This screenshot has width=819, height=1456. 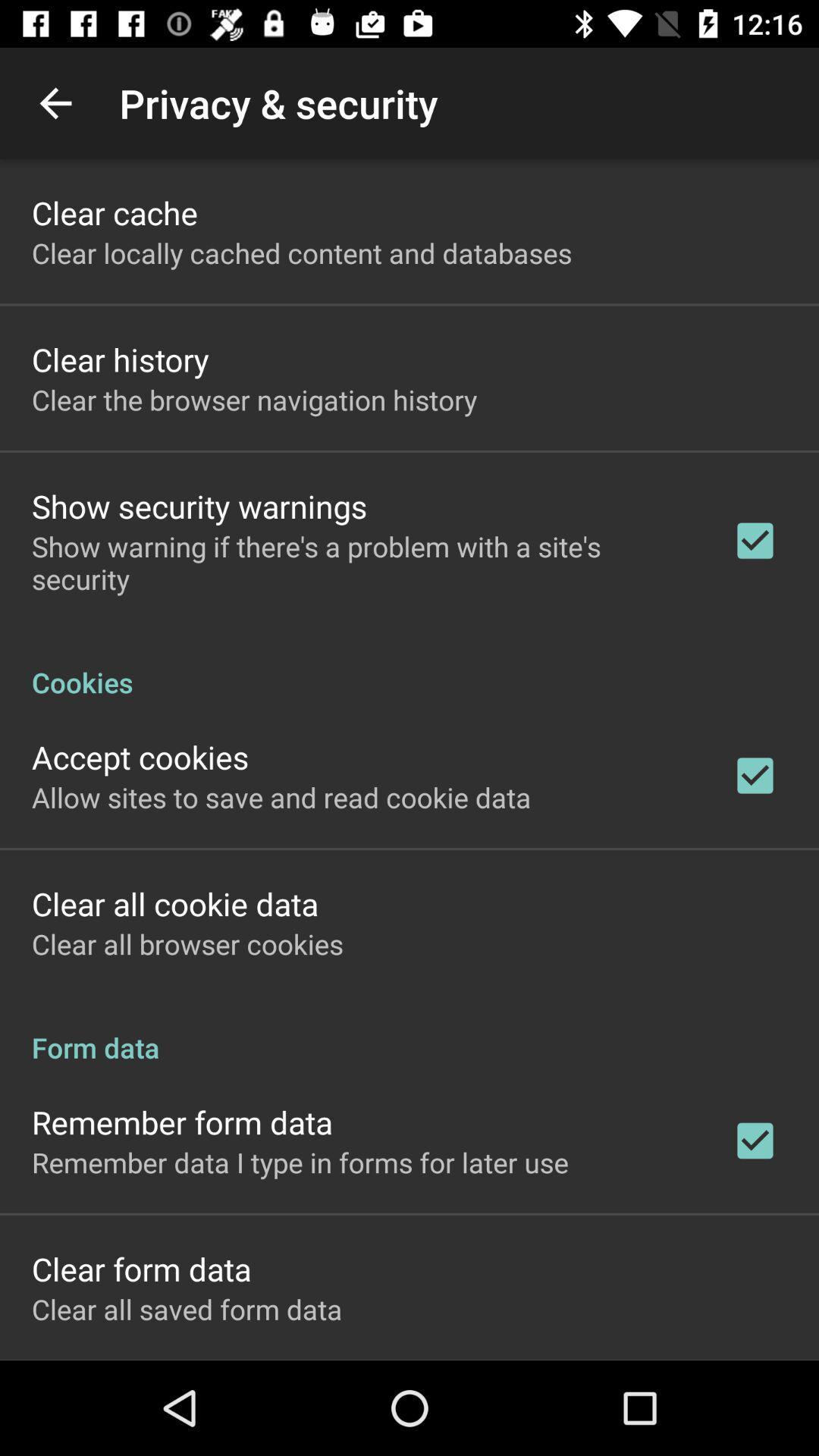 What do you see at coordinates (302, 253) in the screenshot?
I see `the item below clear cache item` at bounding box center [302, 253].